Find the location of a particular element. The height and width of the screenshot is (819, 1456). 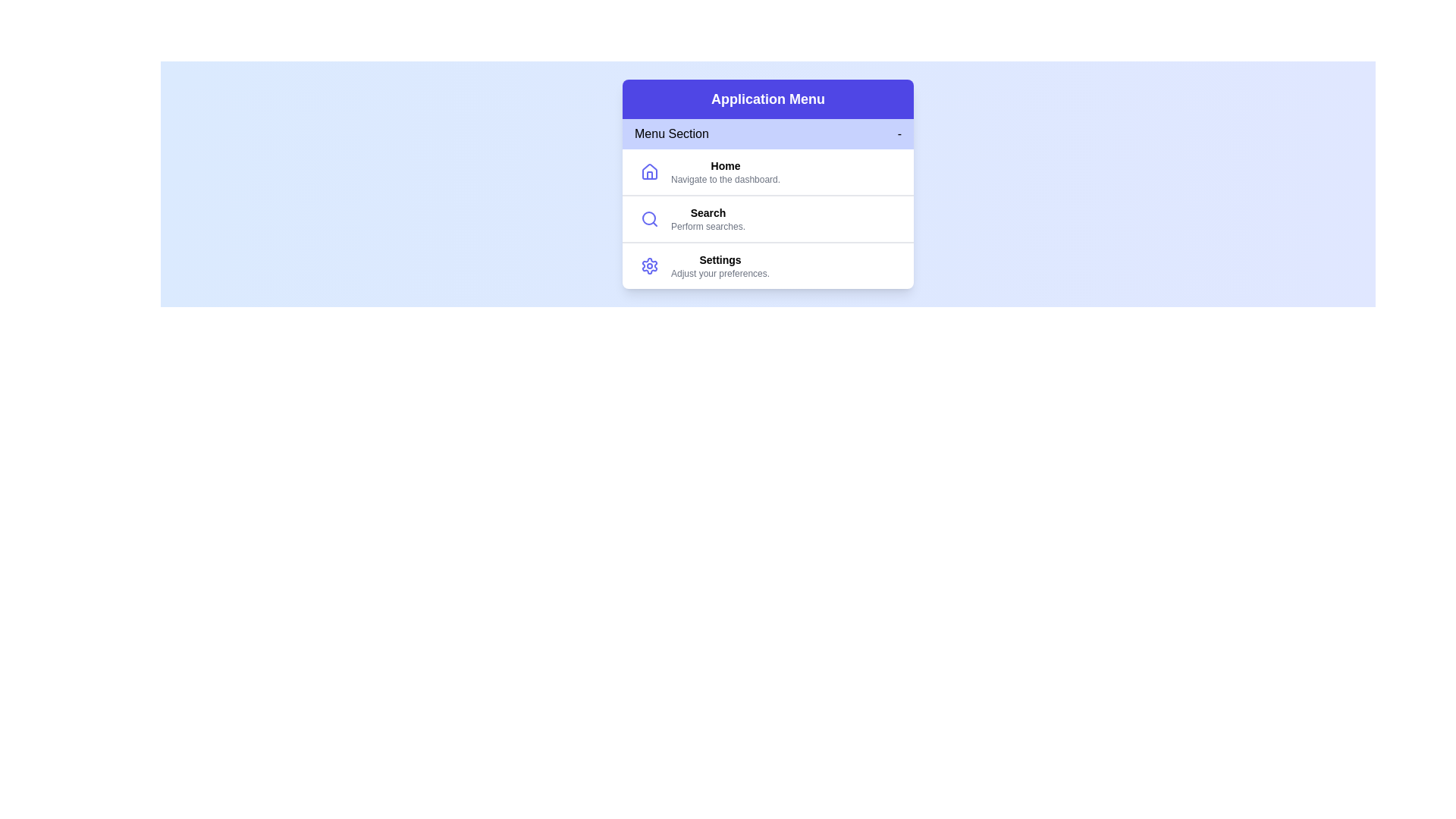

the menu item Home by clicking on it is located at coordinates (724, 171).